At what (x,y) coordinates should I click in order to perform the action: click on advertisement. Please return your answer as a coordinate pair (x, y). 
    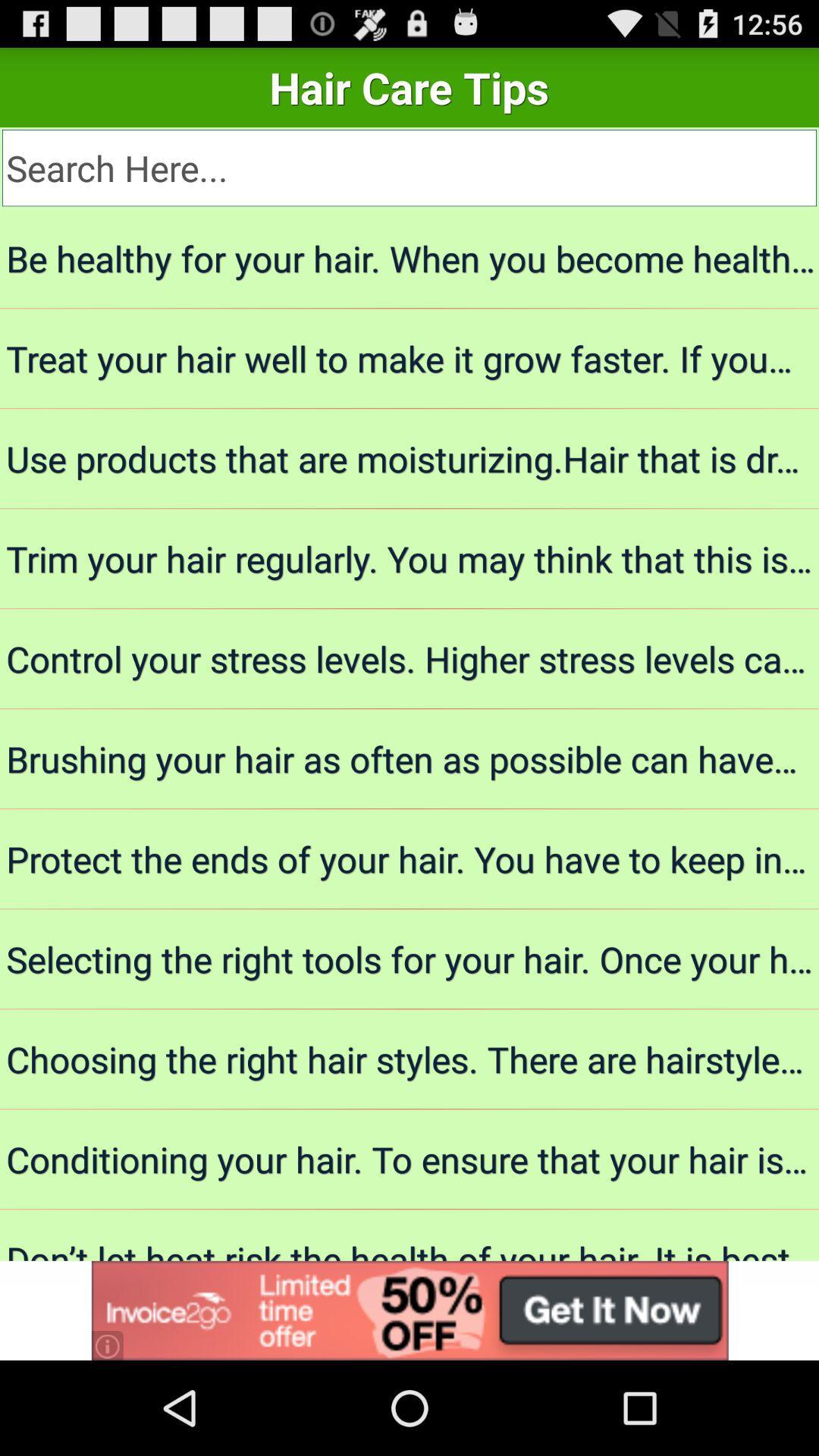
    Looking at the image, I should click on (409, 1310).